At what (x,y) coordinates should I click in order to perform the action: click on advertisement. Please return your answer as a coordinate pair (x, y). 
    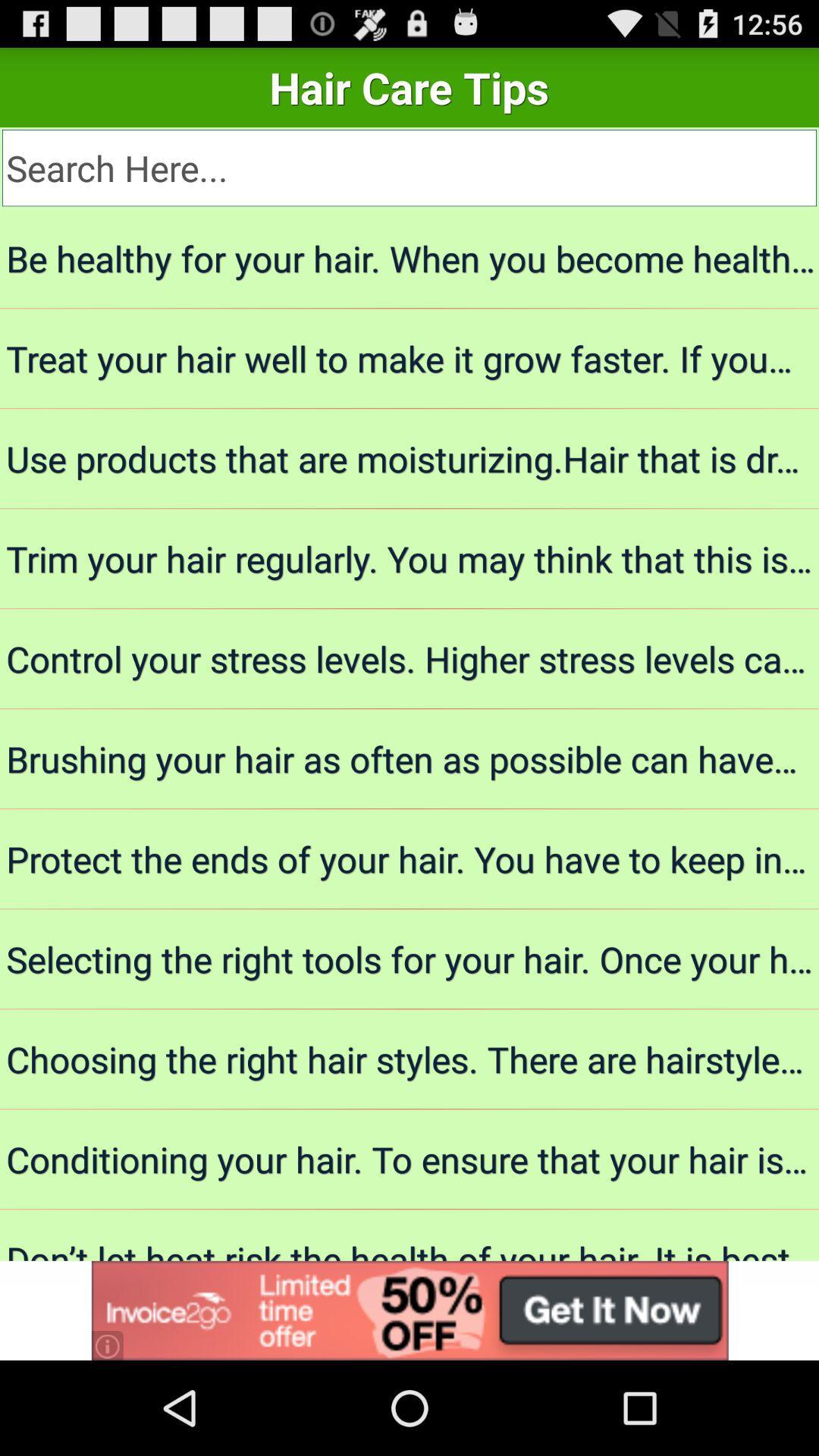
    Looking at the image, I should click on (409, 1310).